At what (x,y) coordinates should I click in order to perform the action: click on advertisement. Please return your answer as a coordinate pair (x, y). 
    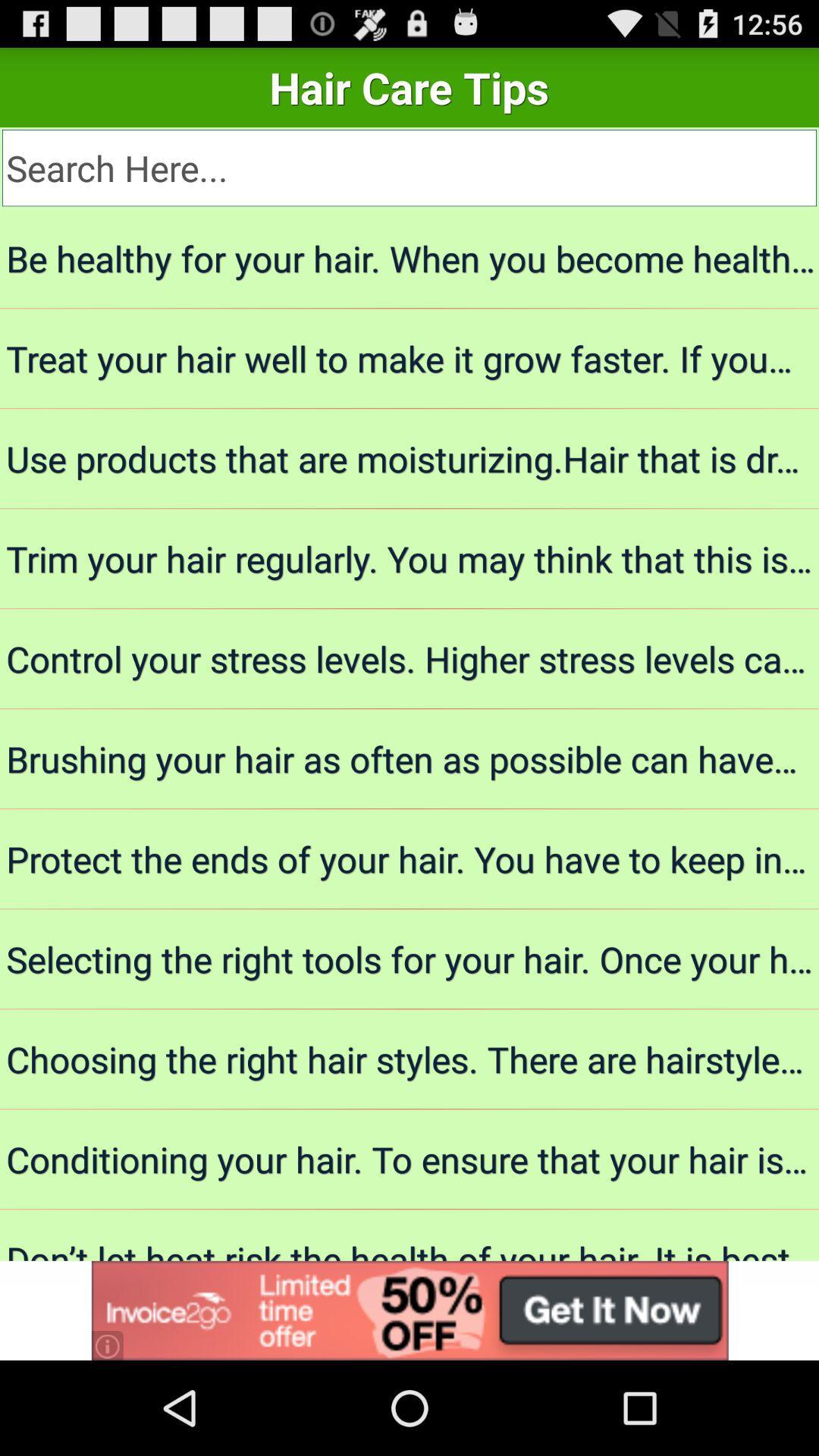
    Looking at the image, I should click on (409, 1310).